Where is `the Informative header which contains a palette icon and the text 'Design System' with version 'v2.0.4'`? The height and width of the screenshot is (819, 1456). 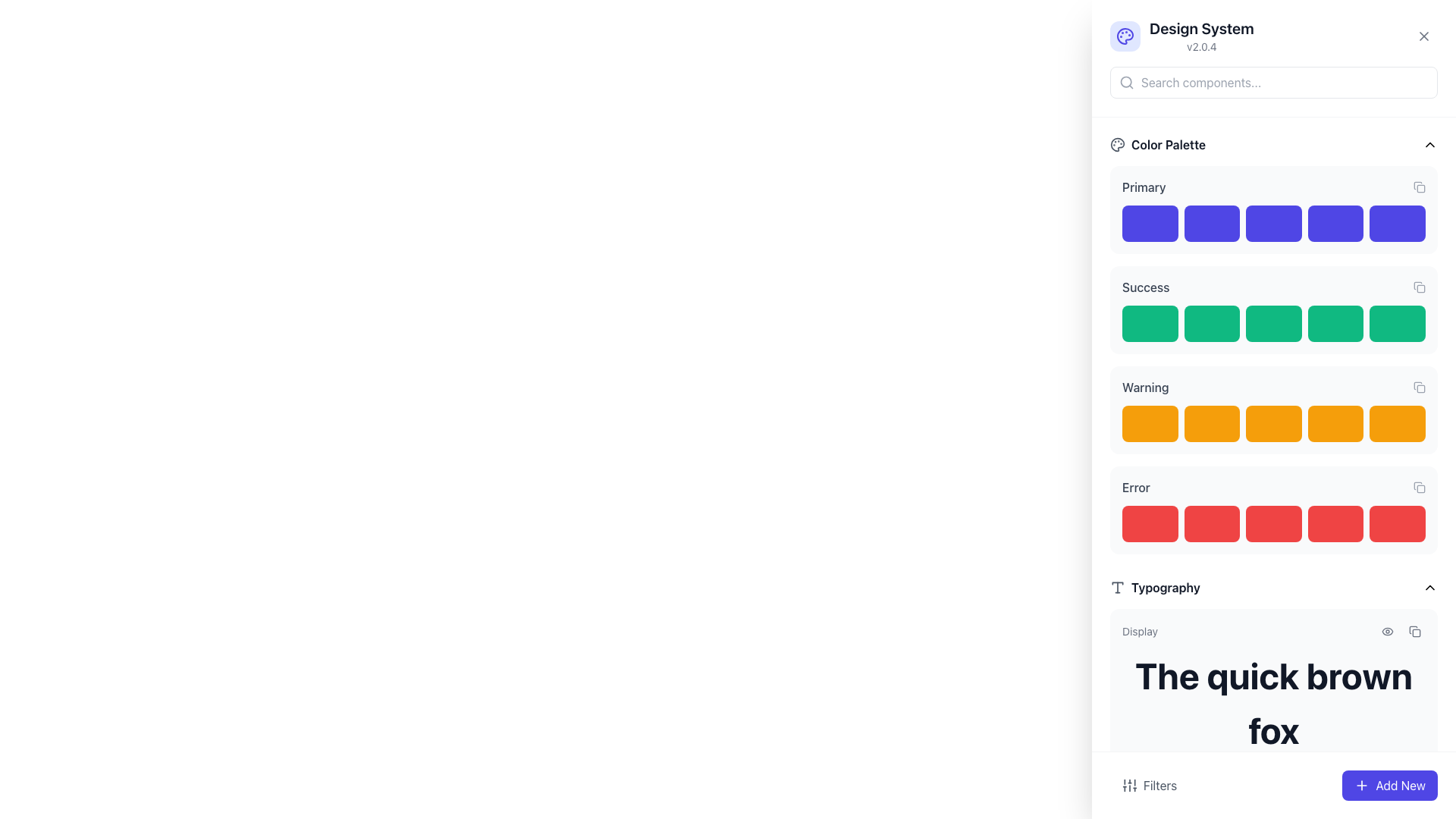 the Informative header which contains a palette icon and the text 'Design System' with version 'v2.0.4' is located at coordinates (1181, 35).